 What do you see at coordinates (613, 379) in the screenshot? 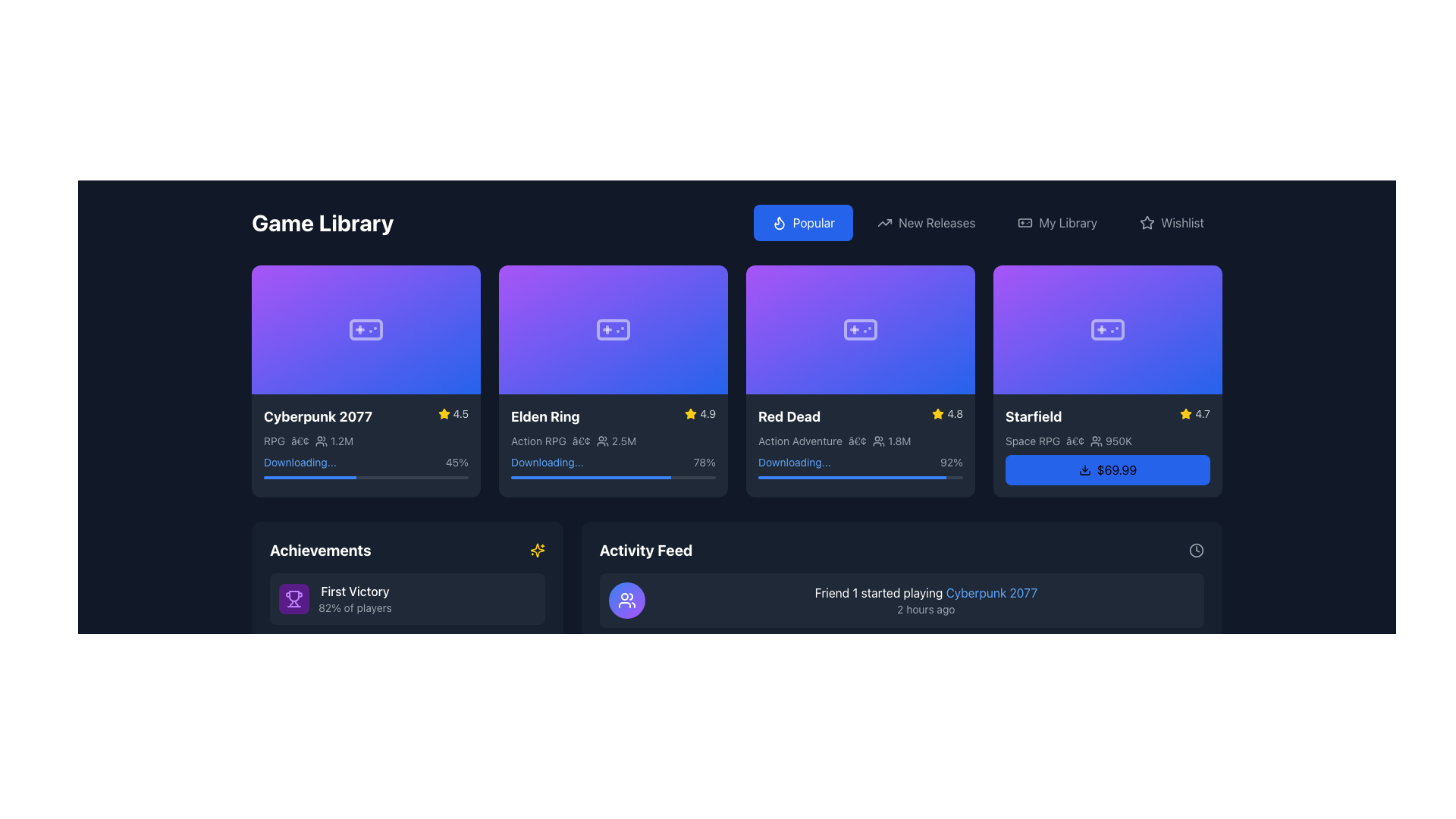
I see `the 'Elden Ring' game card, which displays its rating, genre, user base, and download status, located in the second column of the grid layout` at bounding box center [613, 379].